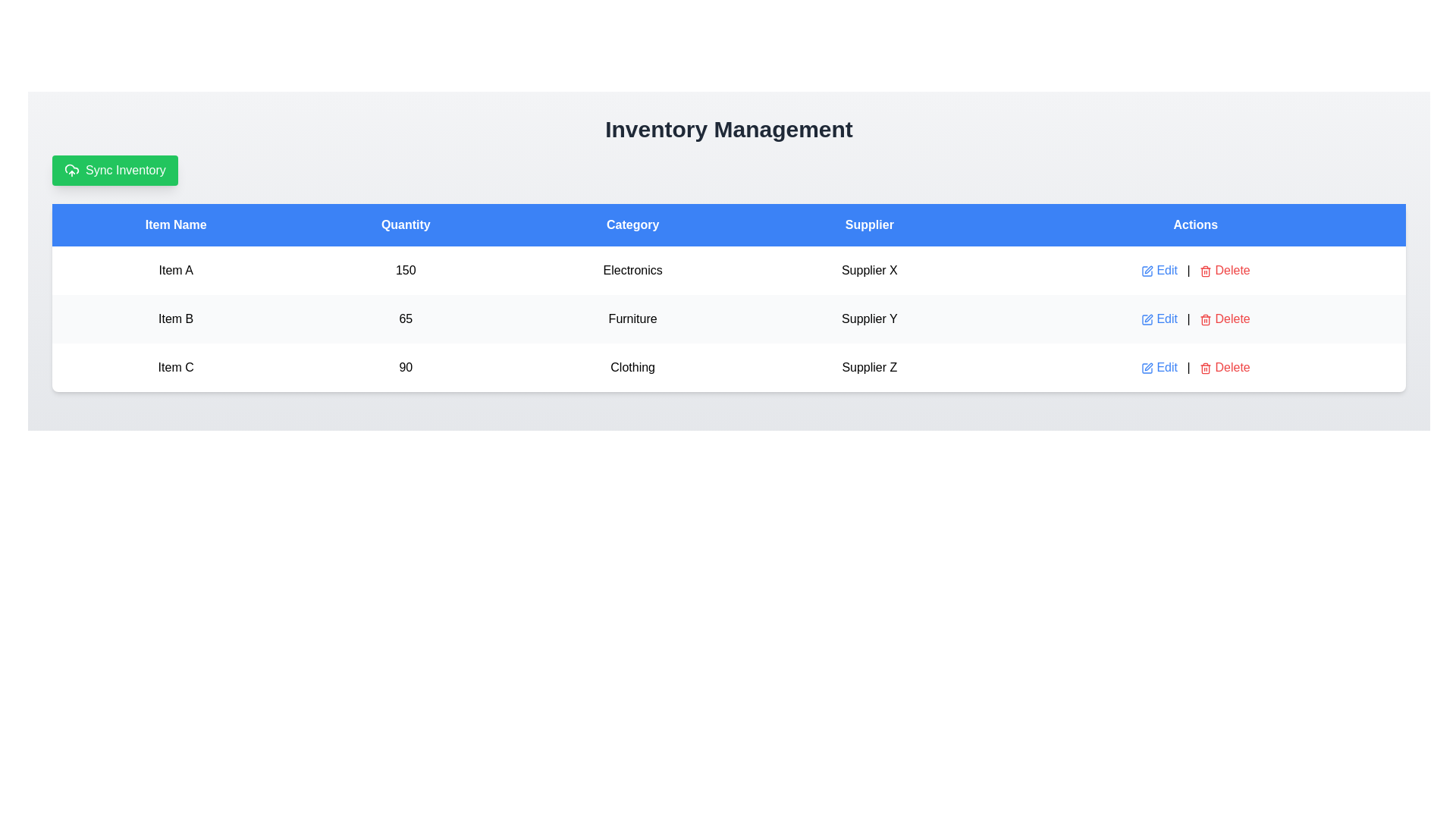 The image size is (1456, 819). Describe the element at coordinates (1147, 318) in the screenshot. I see `the edit icon in the Actions column for Item B` at that location.